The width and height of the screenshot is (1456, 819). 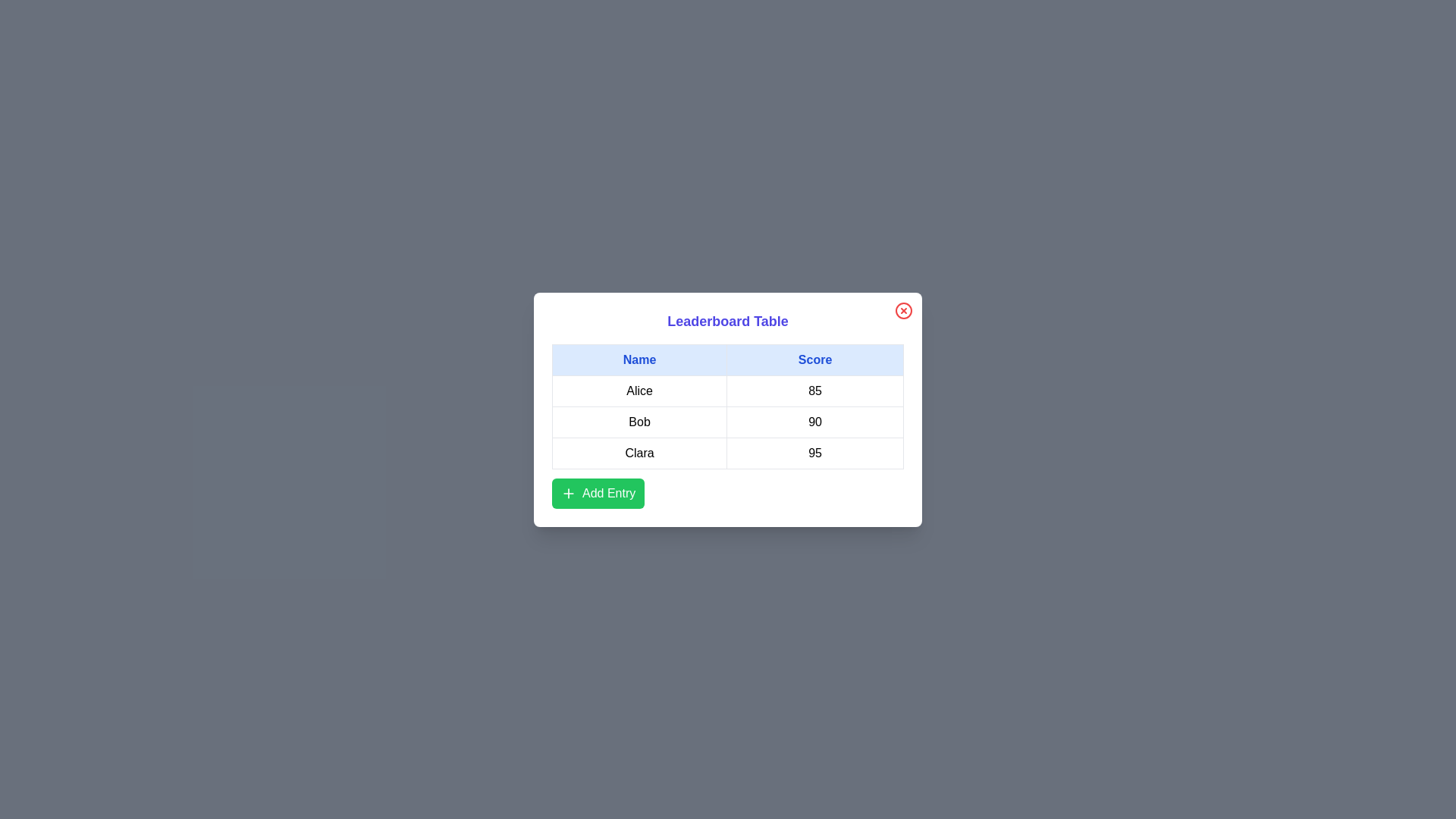 I want to click on the text in the cell containing 95, so click(x=814, y=452).